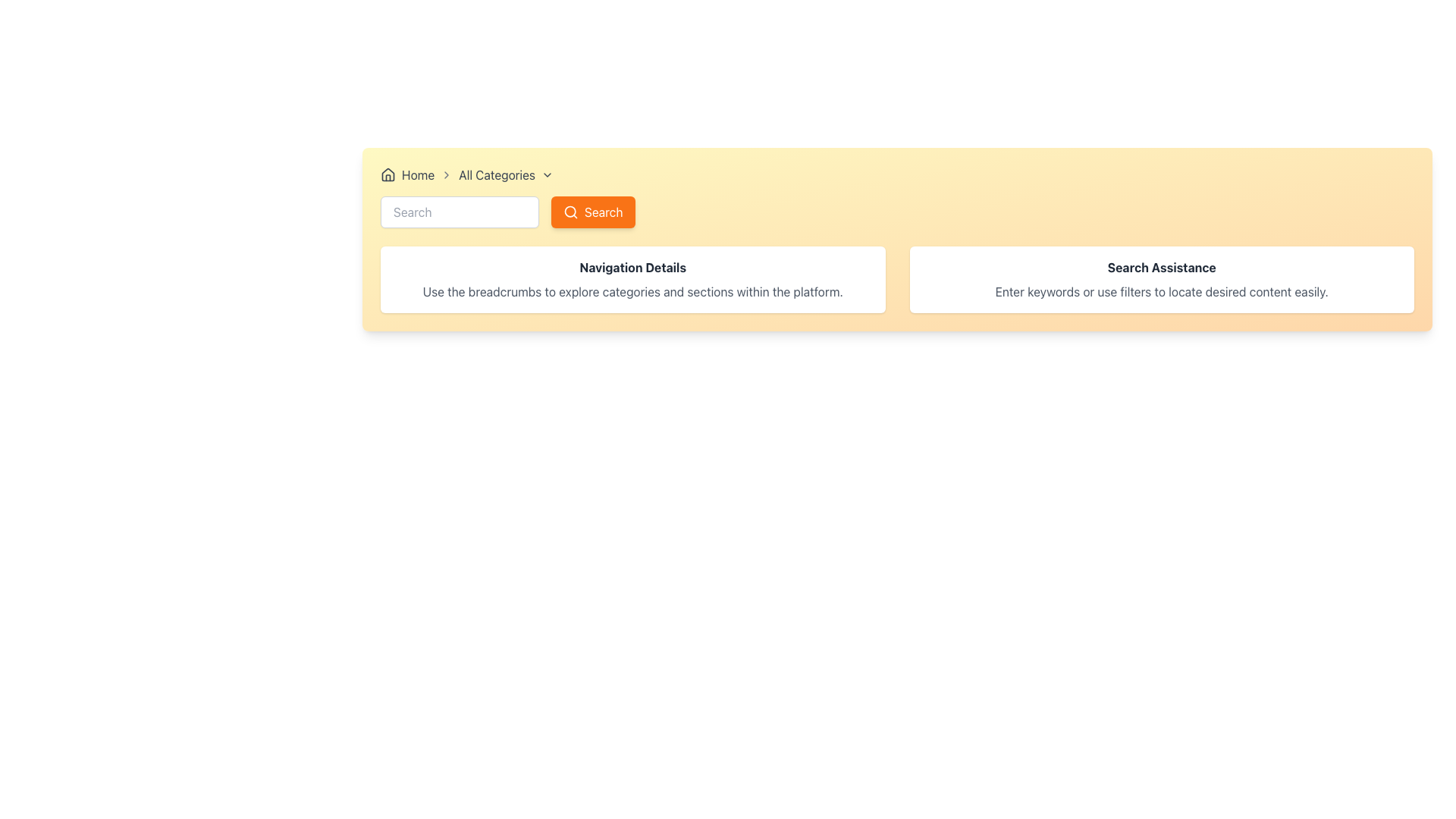  I want to click on the visual state of the second chevron arrow icon in the breadcrumb navigation sequence, located between 'Home' and 'All Categories', so click(446, 174).